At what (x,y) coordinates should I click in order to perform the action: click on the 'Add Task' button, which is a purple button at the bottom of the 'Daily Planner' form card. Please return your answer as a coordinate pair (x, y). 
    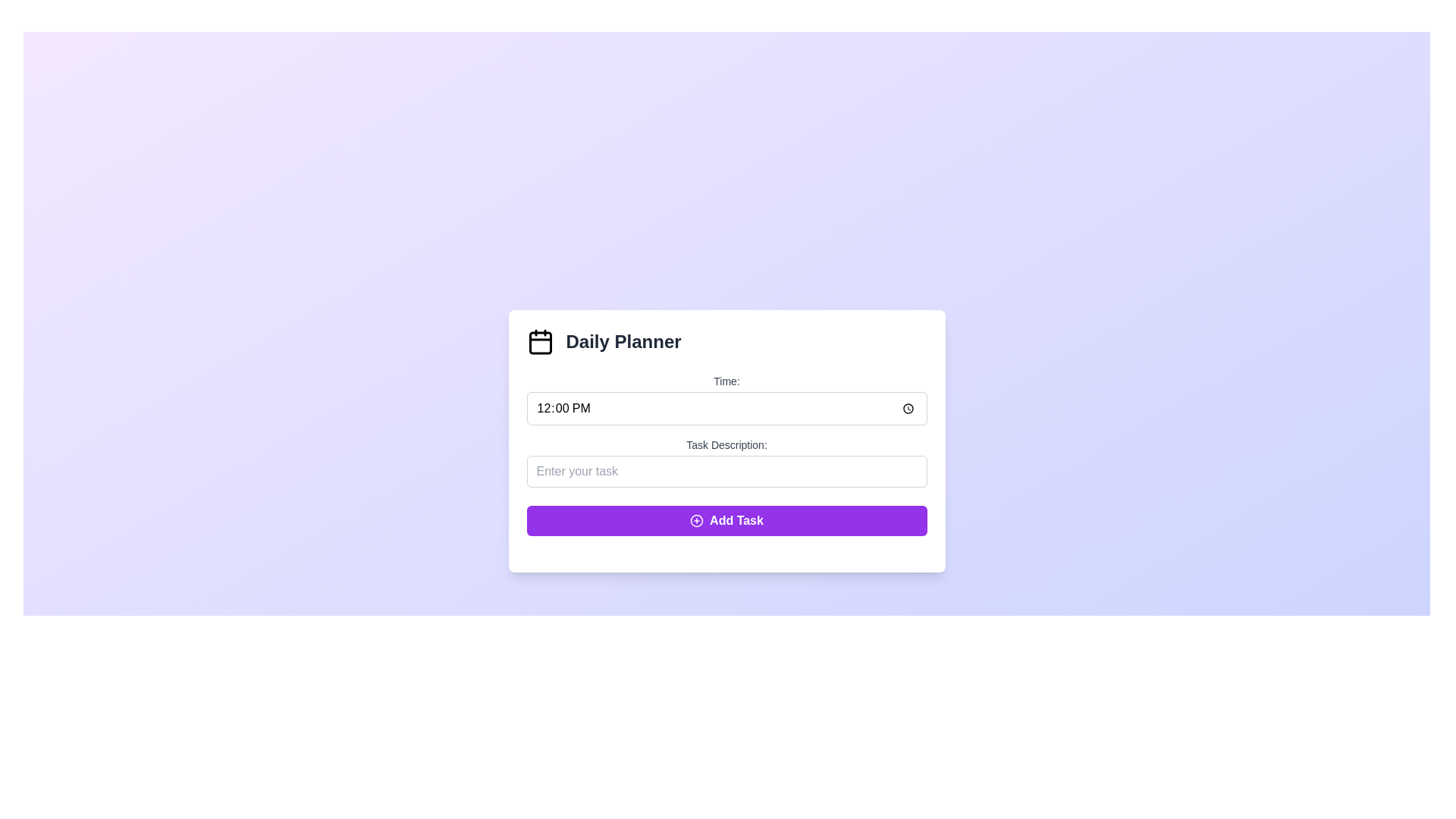
    Looking at the image, I should click on (736, 519).